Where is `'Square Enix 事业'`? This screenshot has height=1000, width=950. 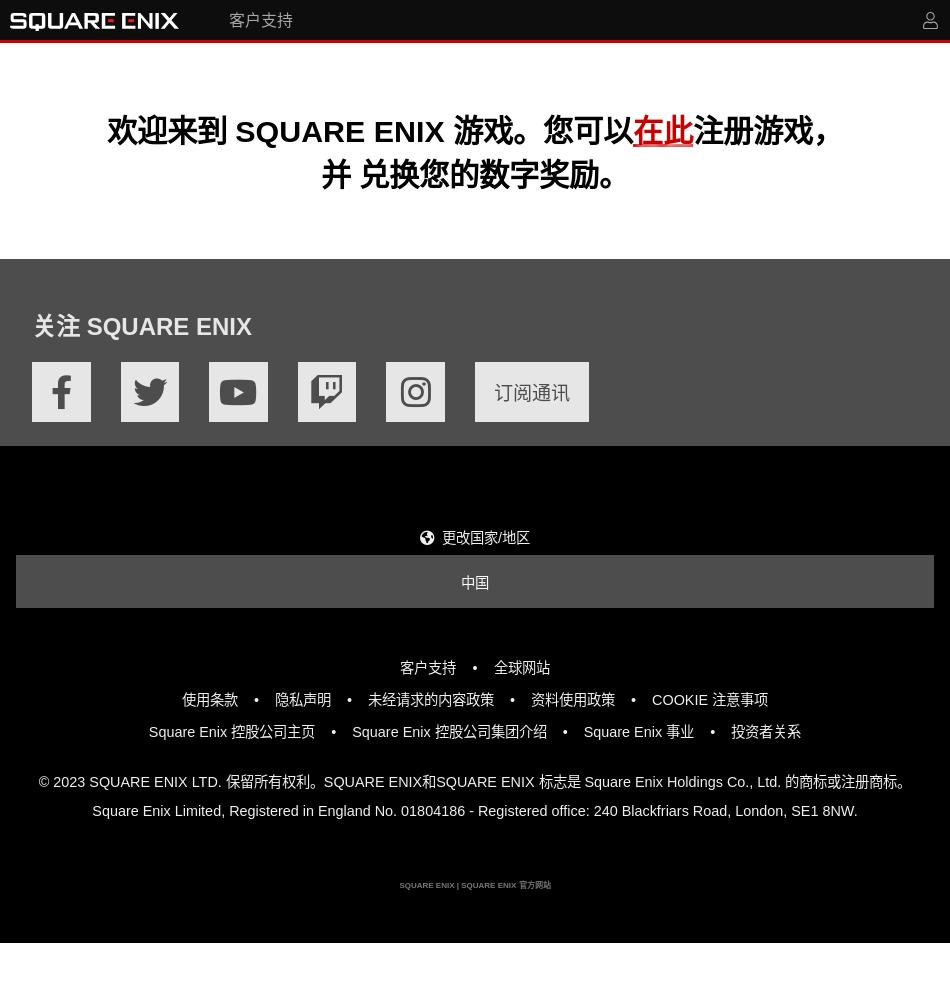 'Square Enix 事业' is located at coordinates (638, 731).